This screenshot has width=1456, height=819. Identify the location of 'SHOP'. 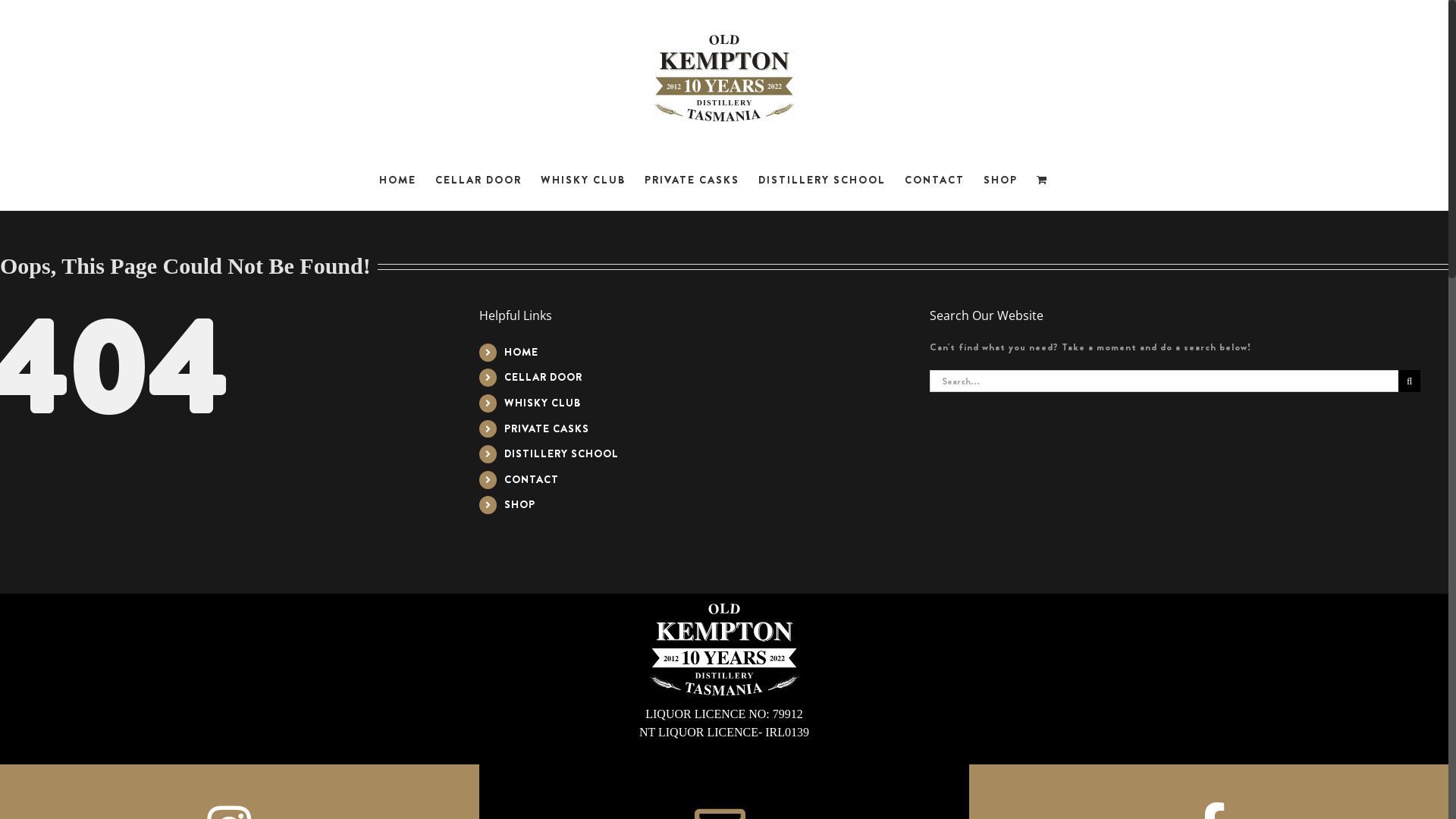
(504, 504).